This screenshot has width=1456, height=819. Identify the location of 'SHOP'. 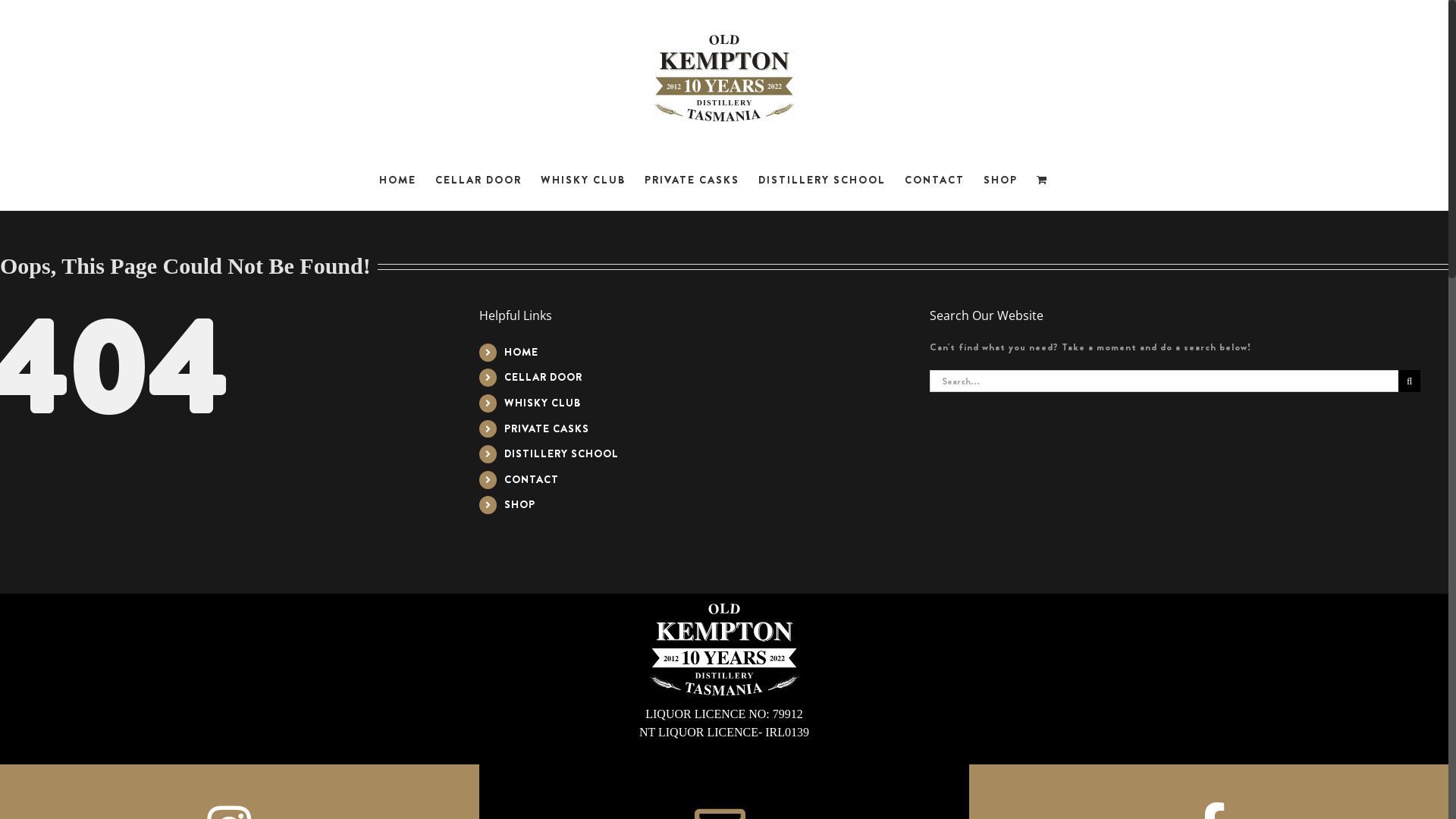
(504, 504).